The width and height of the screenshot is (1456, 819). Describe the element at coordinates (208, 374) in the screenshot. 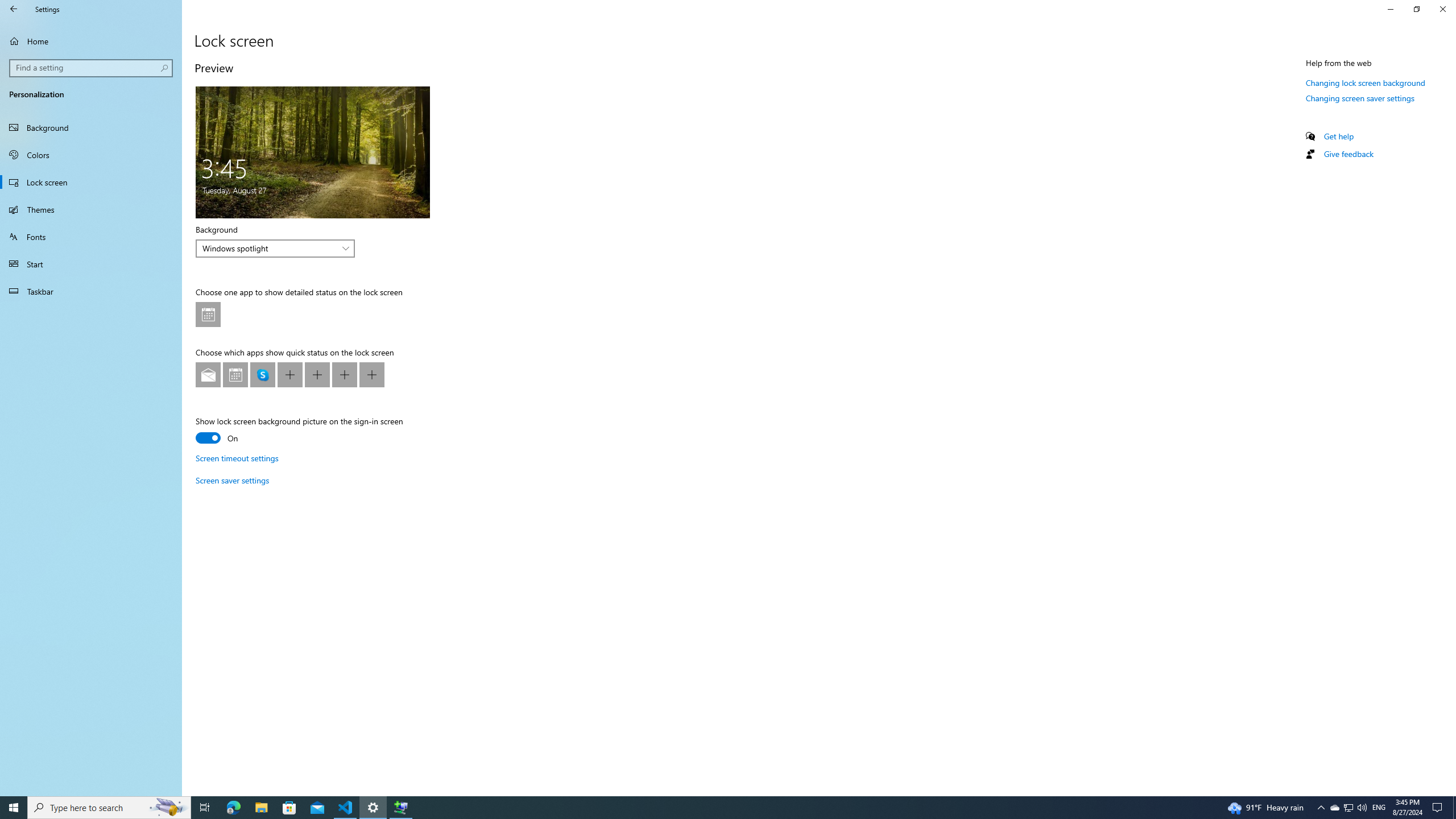

I see `'Lock screen app quick status at position 1'` at that location.